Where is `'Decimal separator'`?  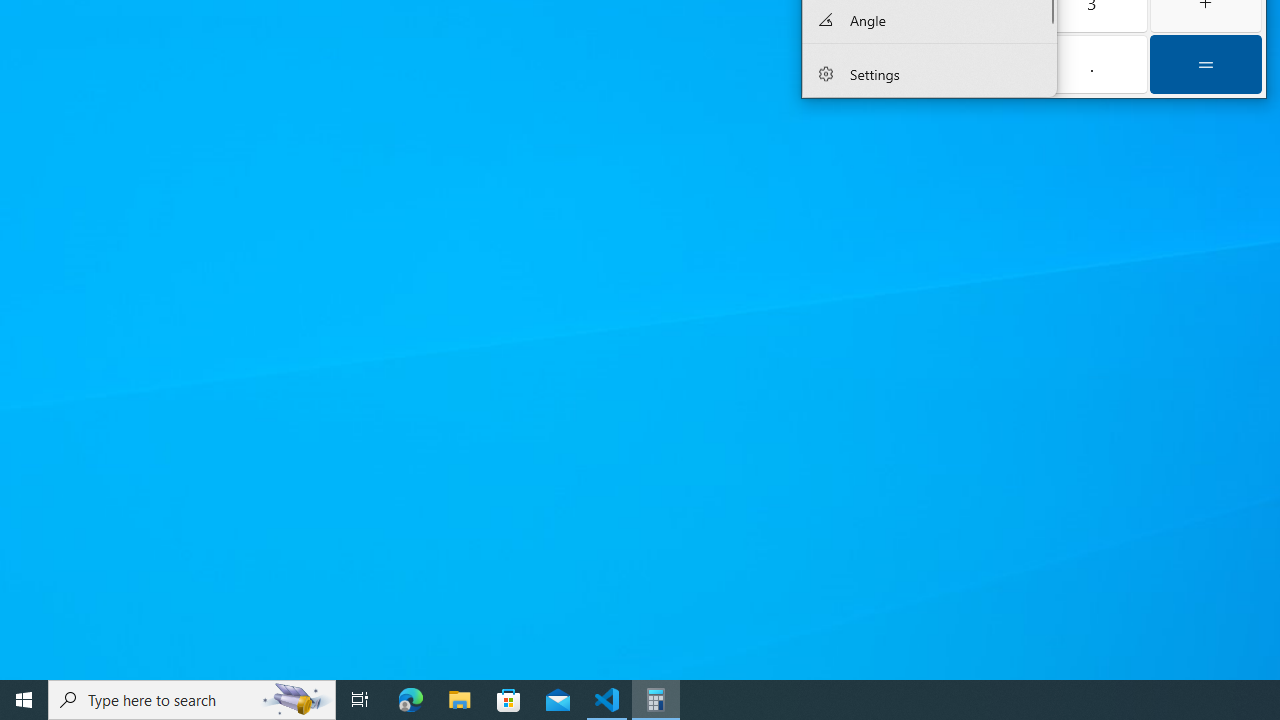
'Decimal separator' is located at coordinates (1090, 63).